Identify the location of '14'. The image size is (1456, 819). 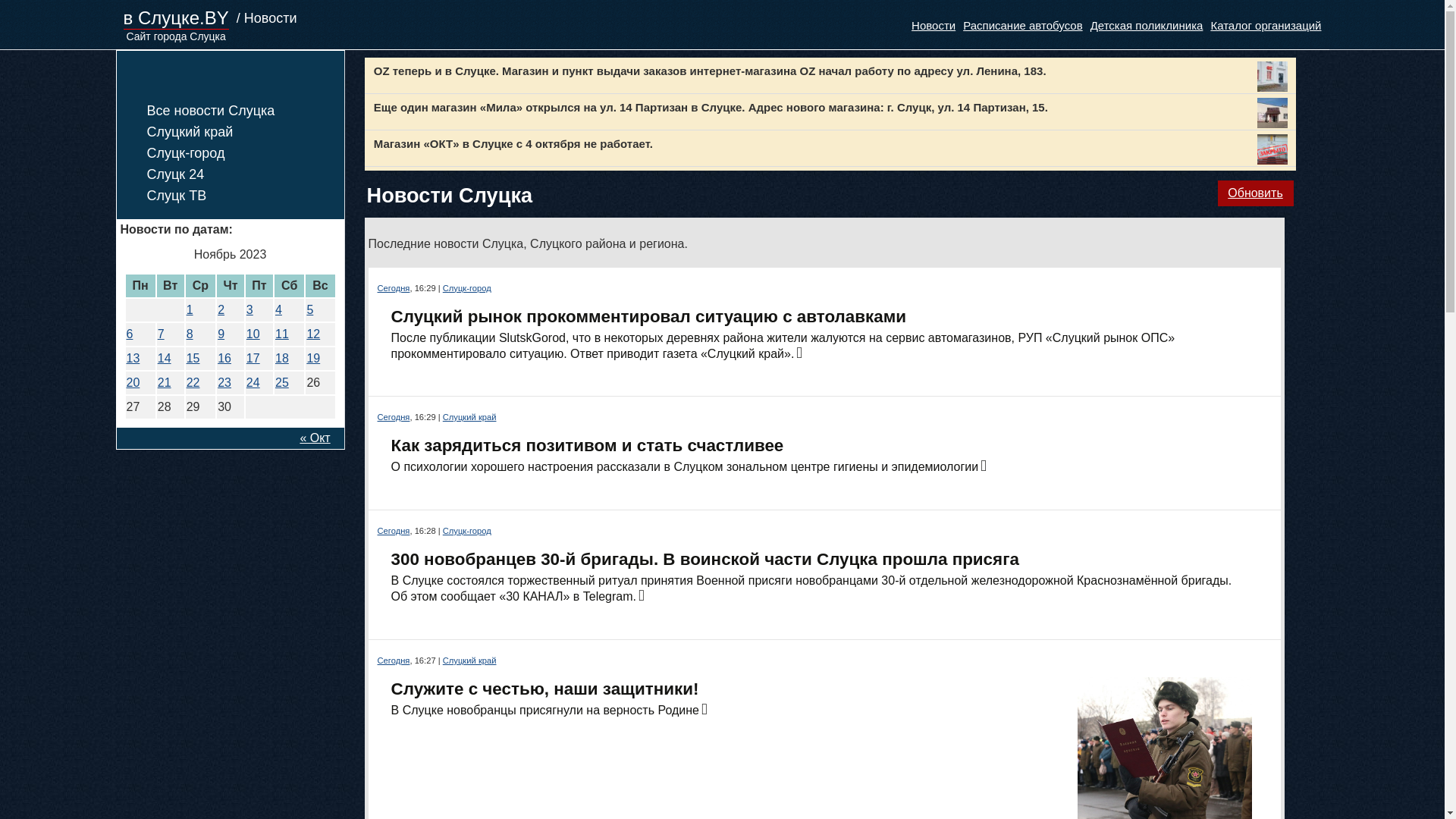
(164, 358).